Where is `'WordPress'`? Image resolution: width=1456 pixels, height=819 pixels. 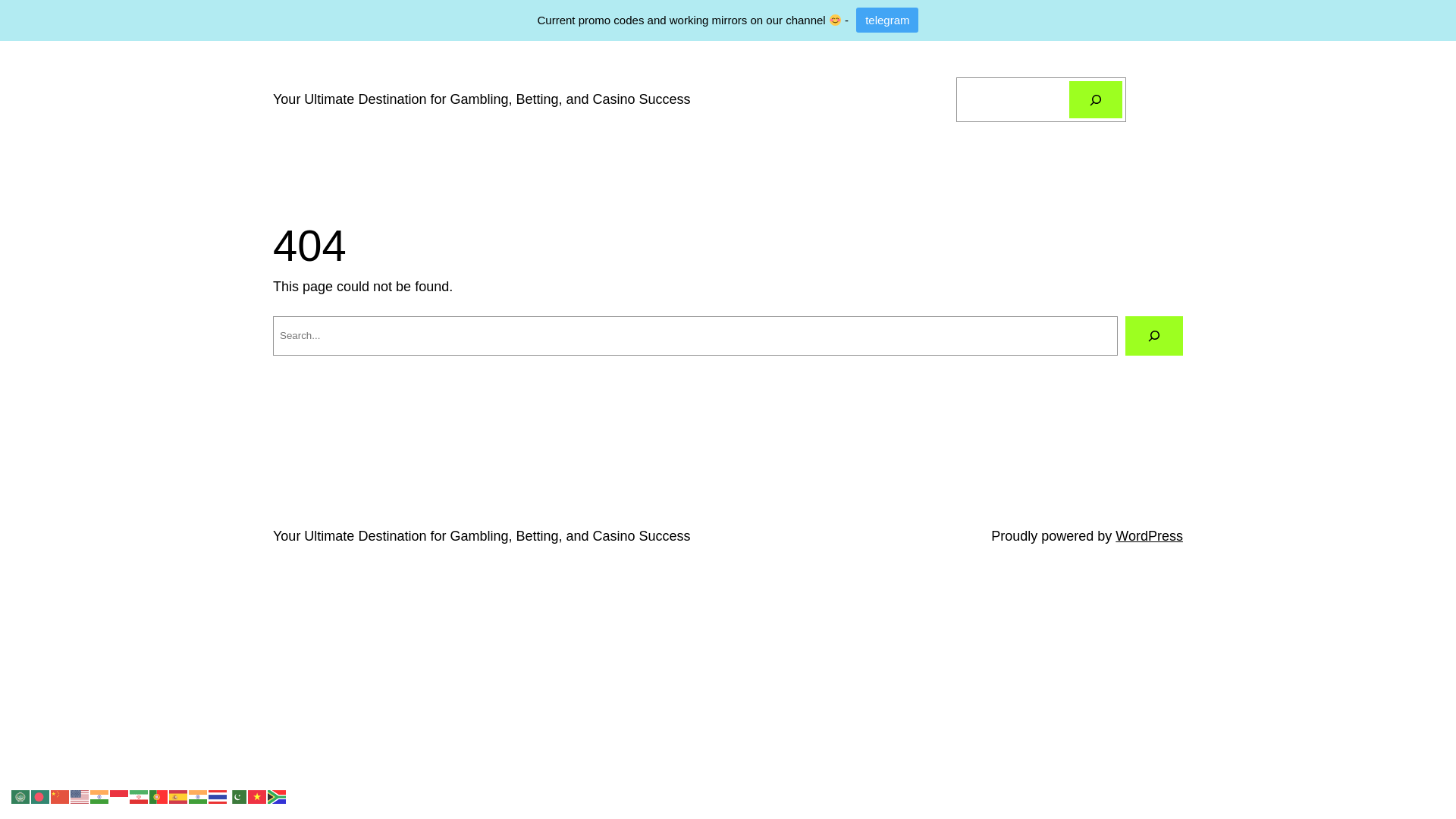 'WordPress' is located at coordinates (1149, 535).